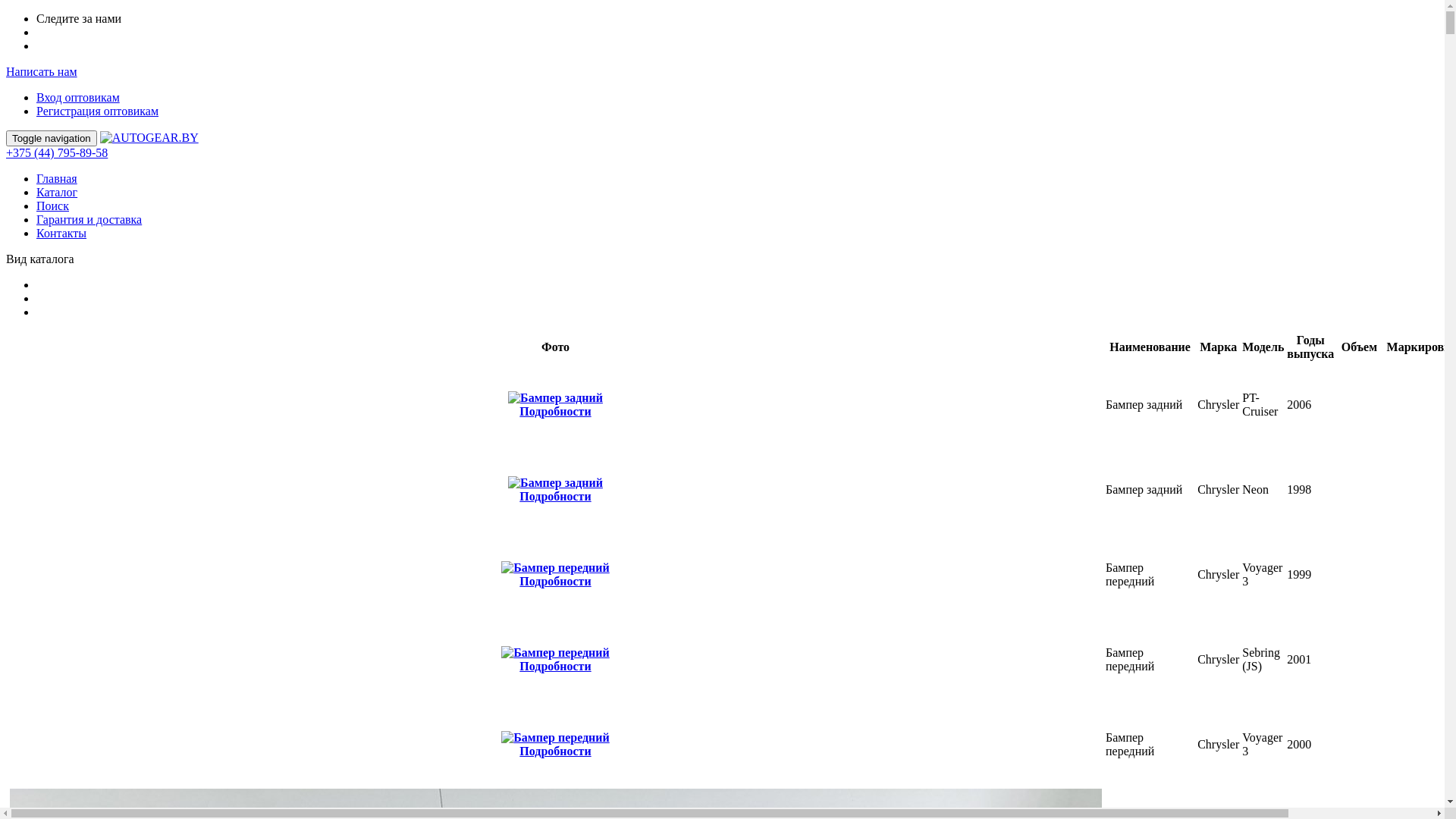  Describe the element at coordinates (51, 138) in the screenshot. I see `'Toggle navigation'` at that location.